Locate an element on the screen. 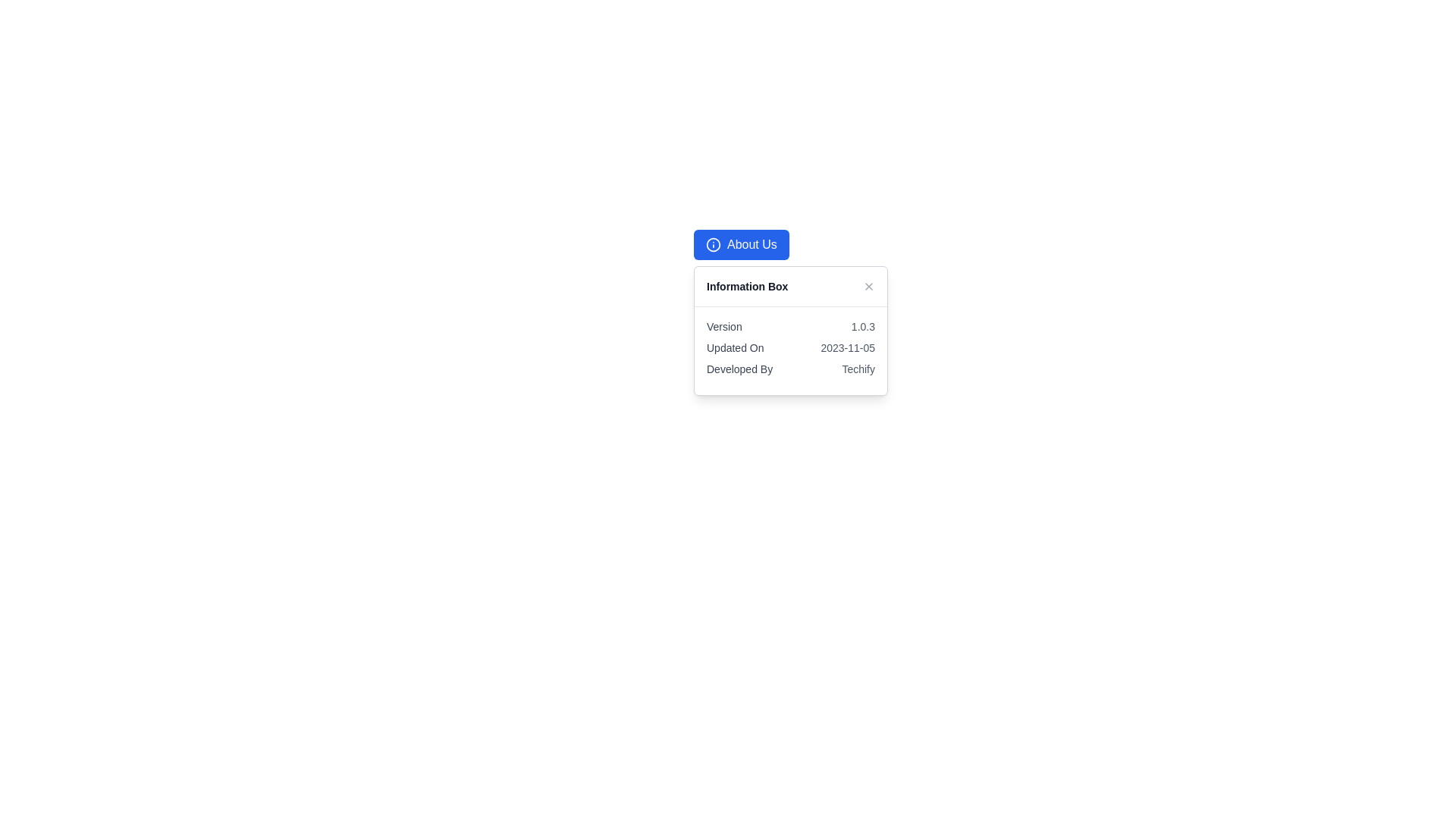 Image resolution: width=1456 pixels, height=819 pixels. the Close button located at the top-right corner of the 'Information Box' is located at coordinates (869, 287).